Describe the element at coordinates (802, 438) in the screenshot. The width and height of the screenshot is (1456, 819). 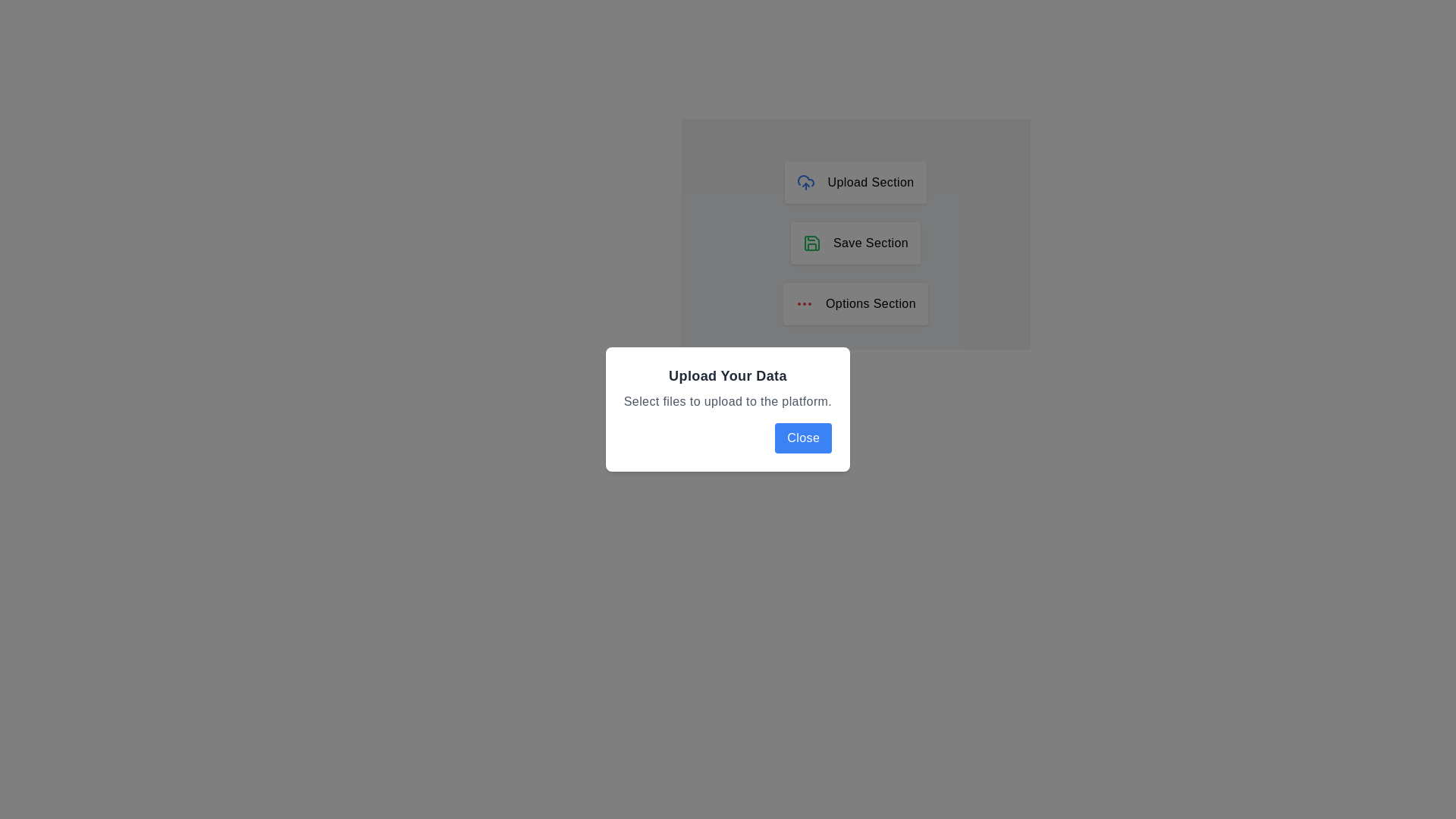
I see `the close button located in the bottom-right corner of the dialog box to observe the hover effect` at that location.